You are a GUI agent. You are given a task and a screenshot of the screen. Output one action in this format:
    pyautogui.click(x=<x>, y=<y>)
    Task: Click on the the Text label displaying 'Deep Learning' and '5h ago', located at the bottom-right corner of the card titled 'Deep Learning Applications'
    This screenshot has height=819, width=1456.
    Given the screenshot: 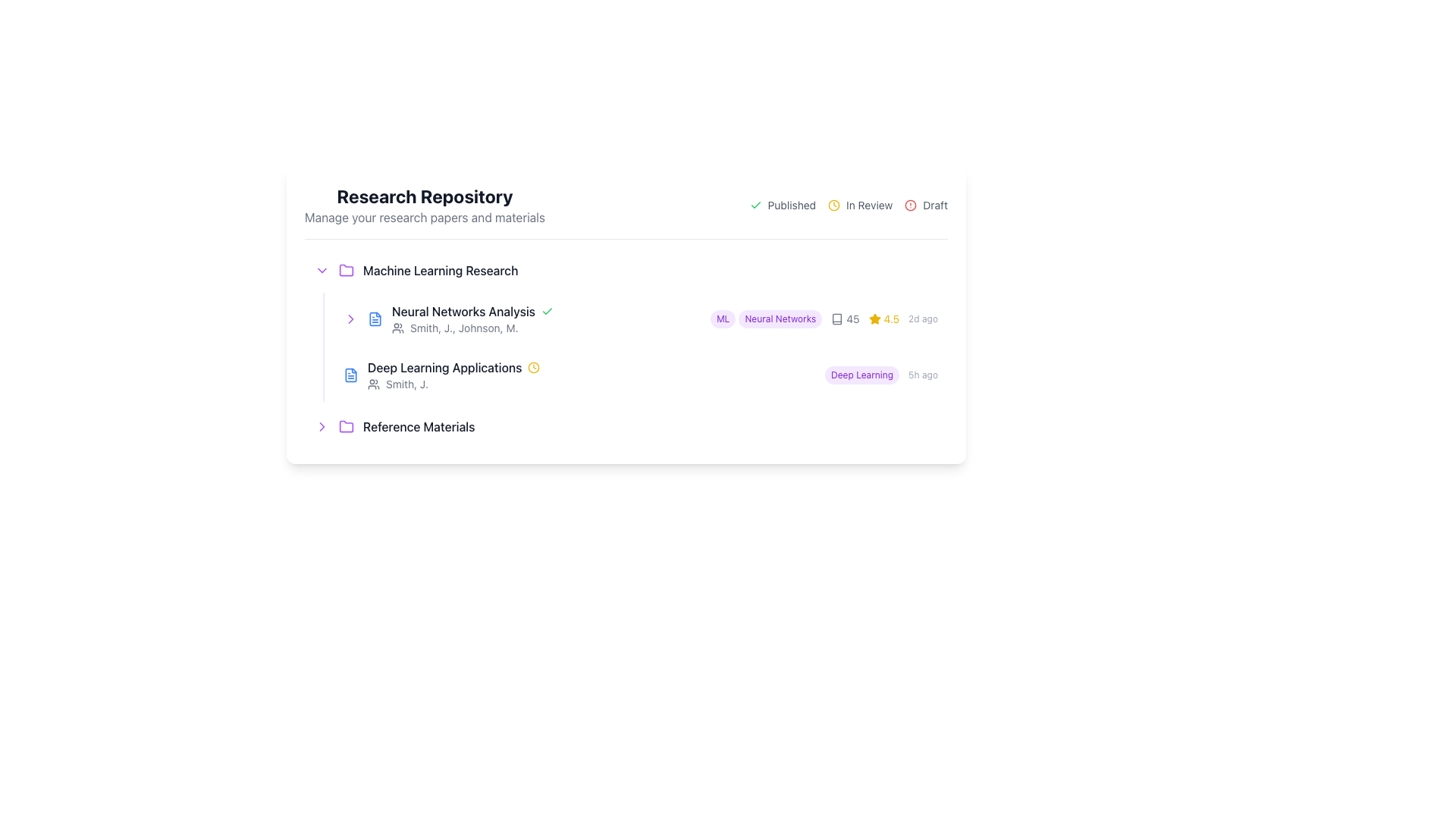 What is the action you would take?
    pyautogui.click(x=881, y=375)
    